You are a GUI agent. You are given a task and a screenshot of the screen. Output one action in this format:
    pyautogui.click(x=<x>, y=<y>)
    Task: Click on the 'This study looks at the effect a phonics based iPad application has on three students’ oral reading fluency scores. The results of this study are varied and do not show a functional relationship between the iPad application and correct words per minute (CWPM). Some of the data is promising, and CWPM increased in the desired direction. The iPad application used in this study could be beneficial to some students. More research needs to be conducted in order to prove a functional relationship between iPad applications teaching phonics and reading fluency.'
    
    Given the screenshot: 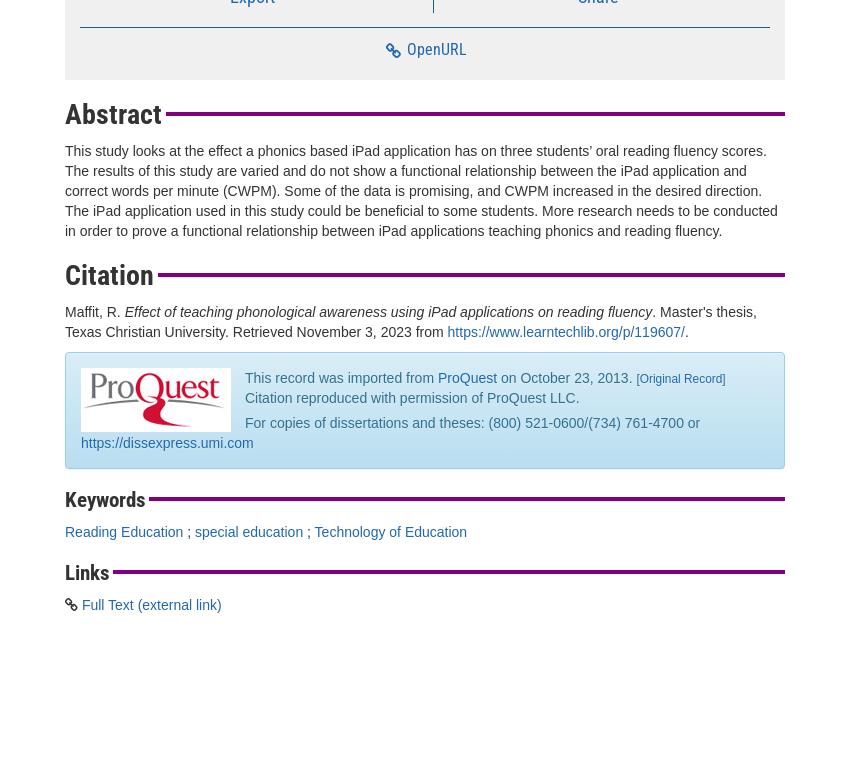 What is the action you would take?
    pyautogui.click(x=421, y=189)
    